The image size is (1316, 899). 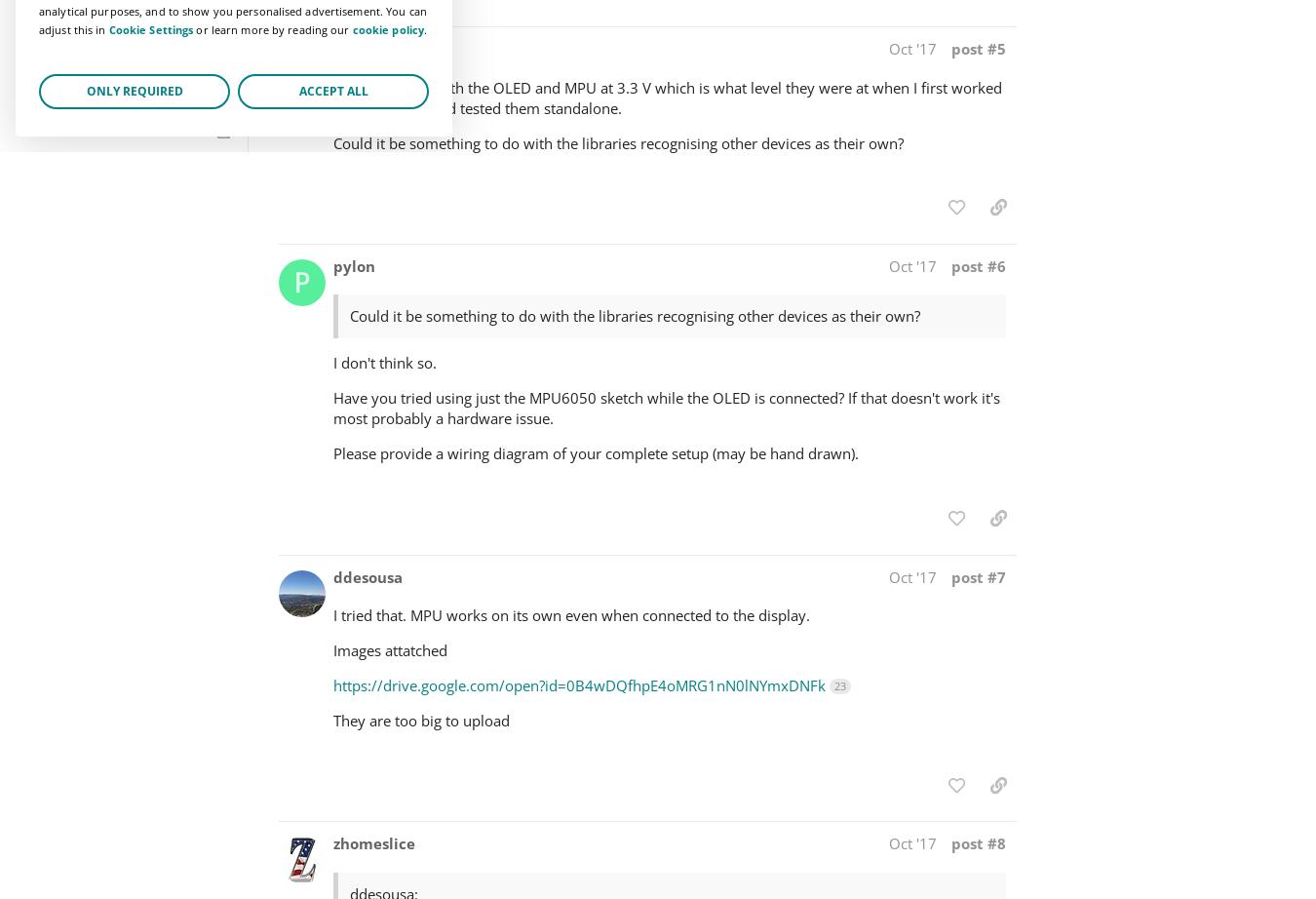 I want to click on 'Please provide a wiring diagram of your complete setup (may be hand drawn).', so click(x=596, y=452).